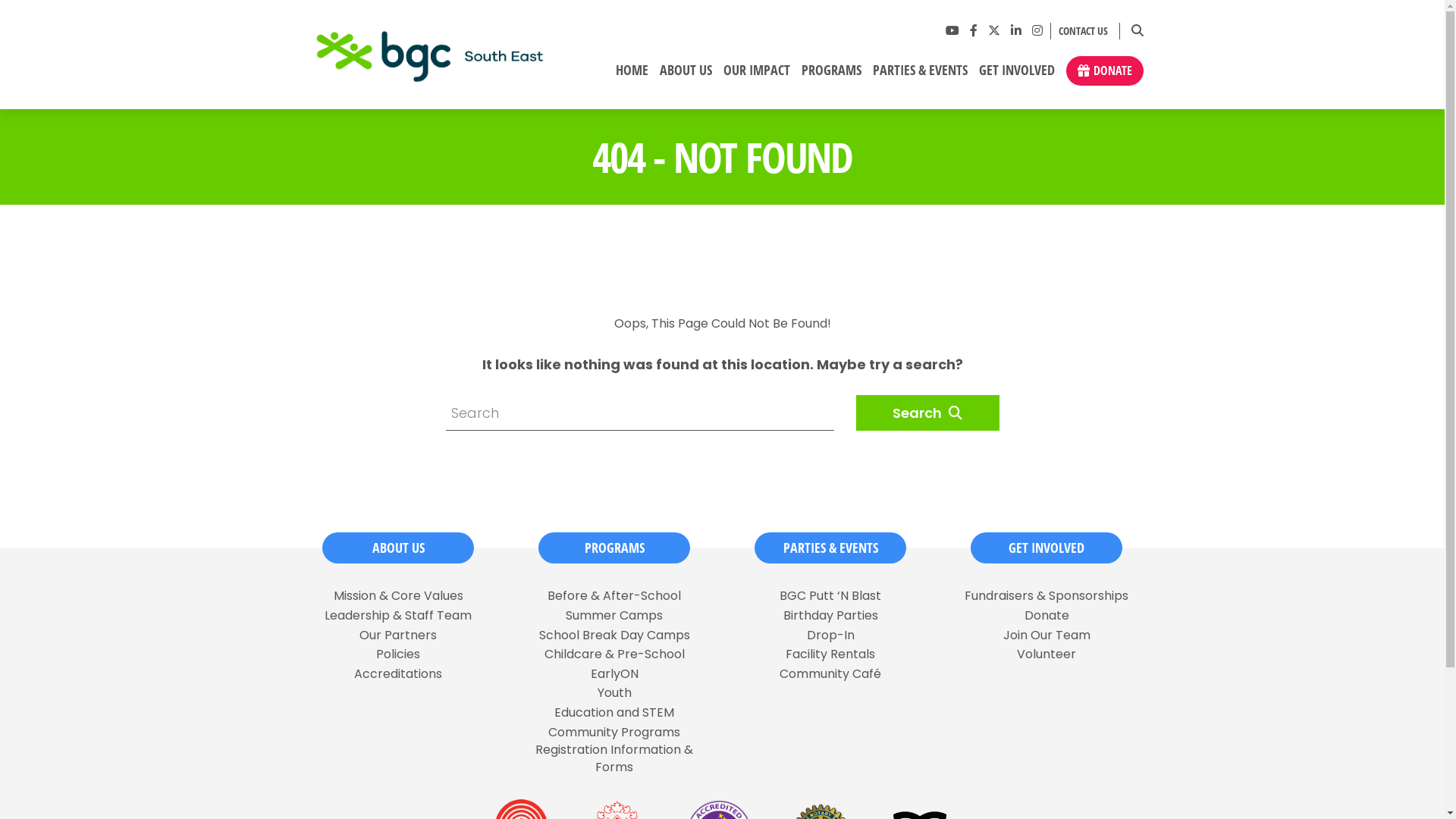 This screenshot has height=819, width=1456. Describe the element at coordinates (610, 76) in the screenshot. I see `'HOME'` at that location.